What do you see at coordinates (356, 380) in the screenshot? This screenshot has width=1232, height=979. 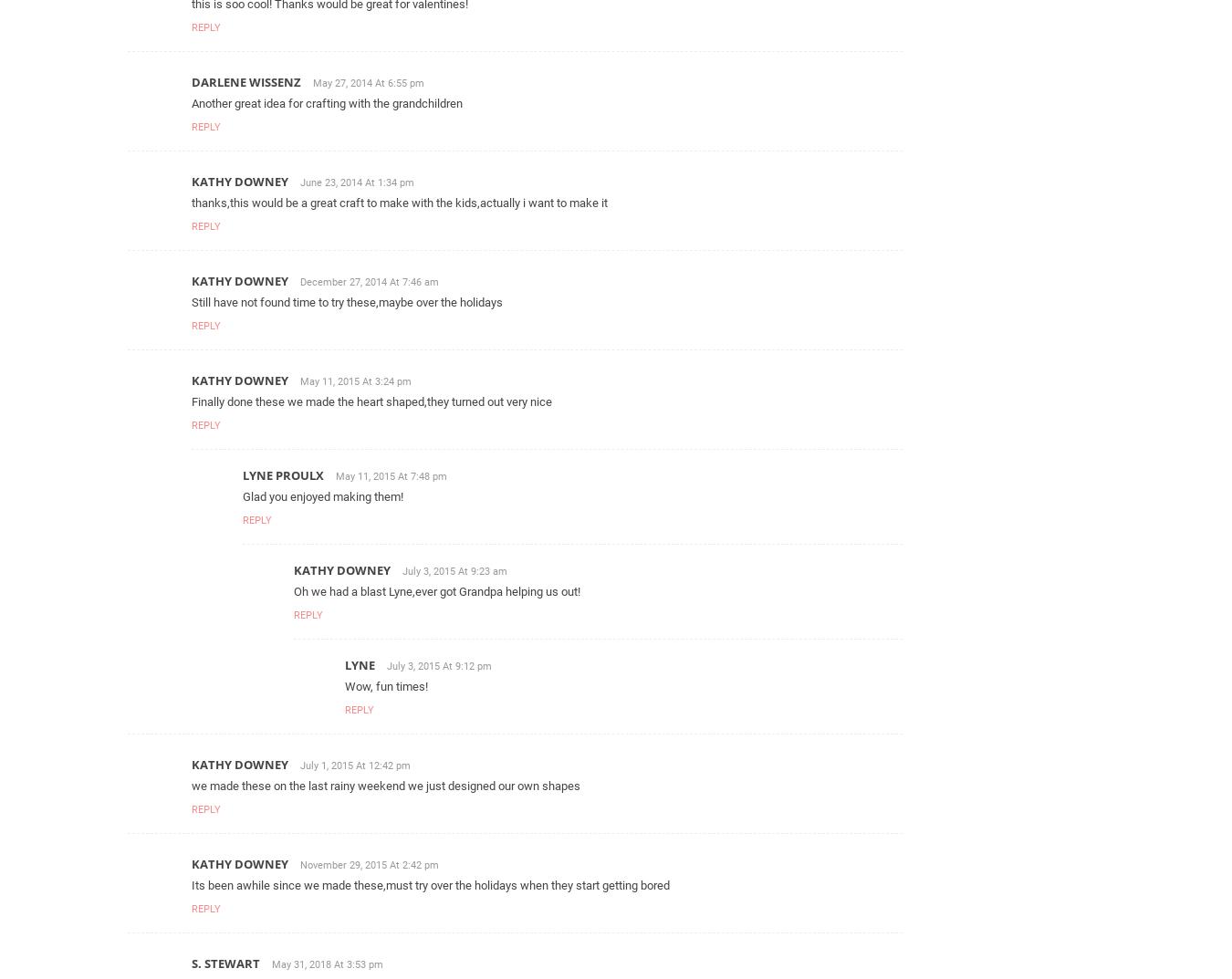 I see `'May 11, 2015						    At						    3:24 pm'` at bounding box center [356, 380].